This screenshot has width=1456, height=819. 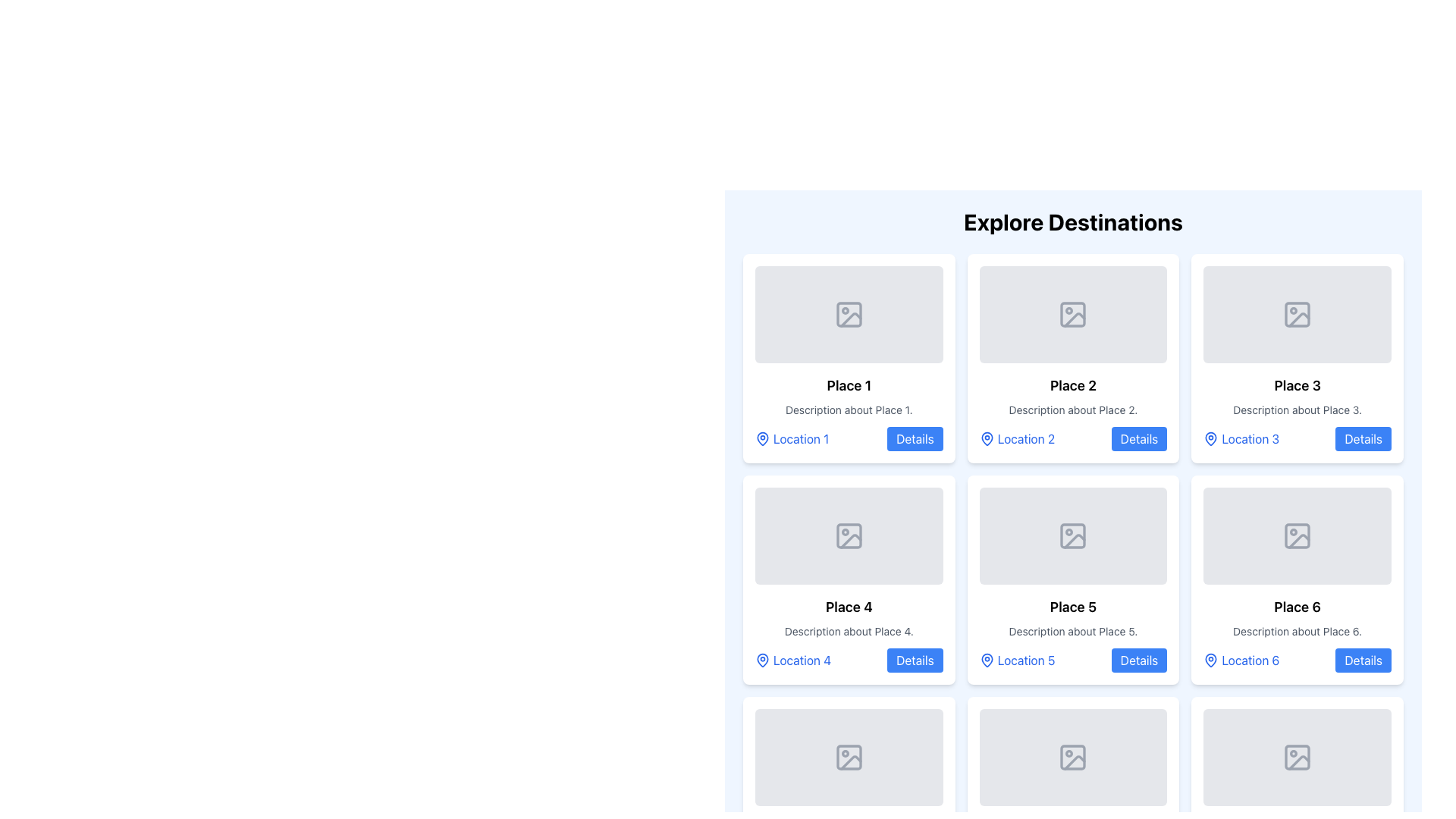 I want to click on the text label displaying 'Place 5', which is prominently positioned above descriptive text within a white, rounded card, so click(x=1072, y=607).